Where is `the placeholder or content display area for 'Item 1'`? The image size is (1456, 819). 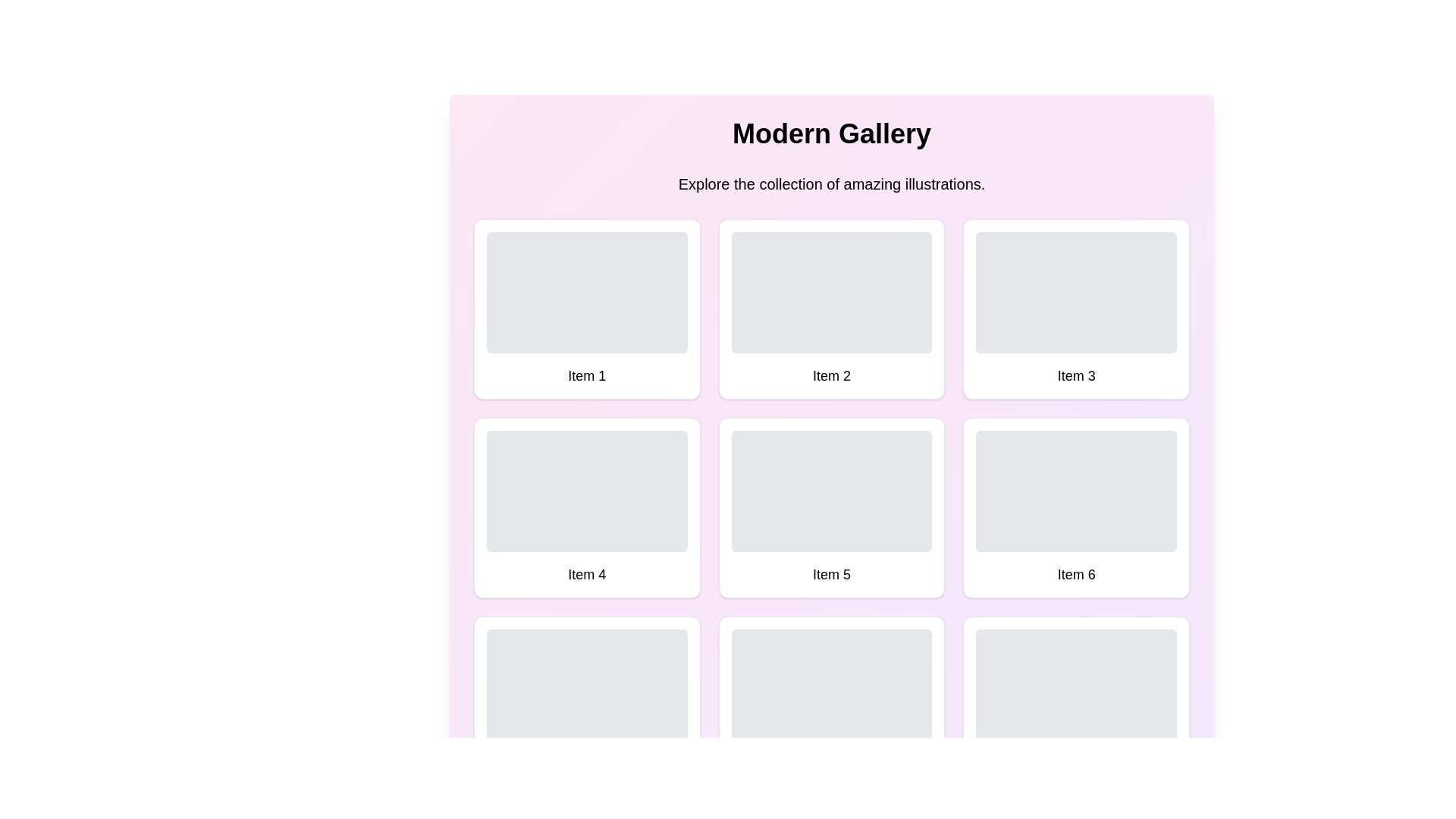
the placeholder or content display area for 'Item 1' is located at coordinates (586, 292).